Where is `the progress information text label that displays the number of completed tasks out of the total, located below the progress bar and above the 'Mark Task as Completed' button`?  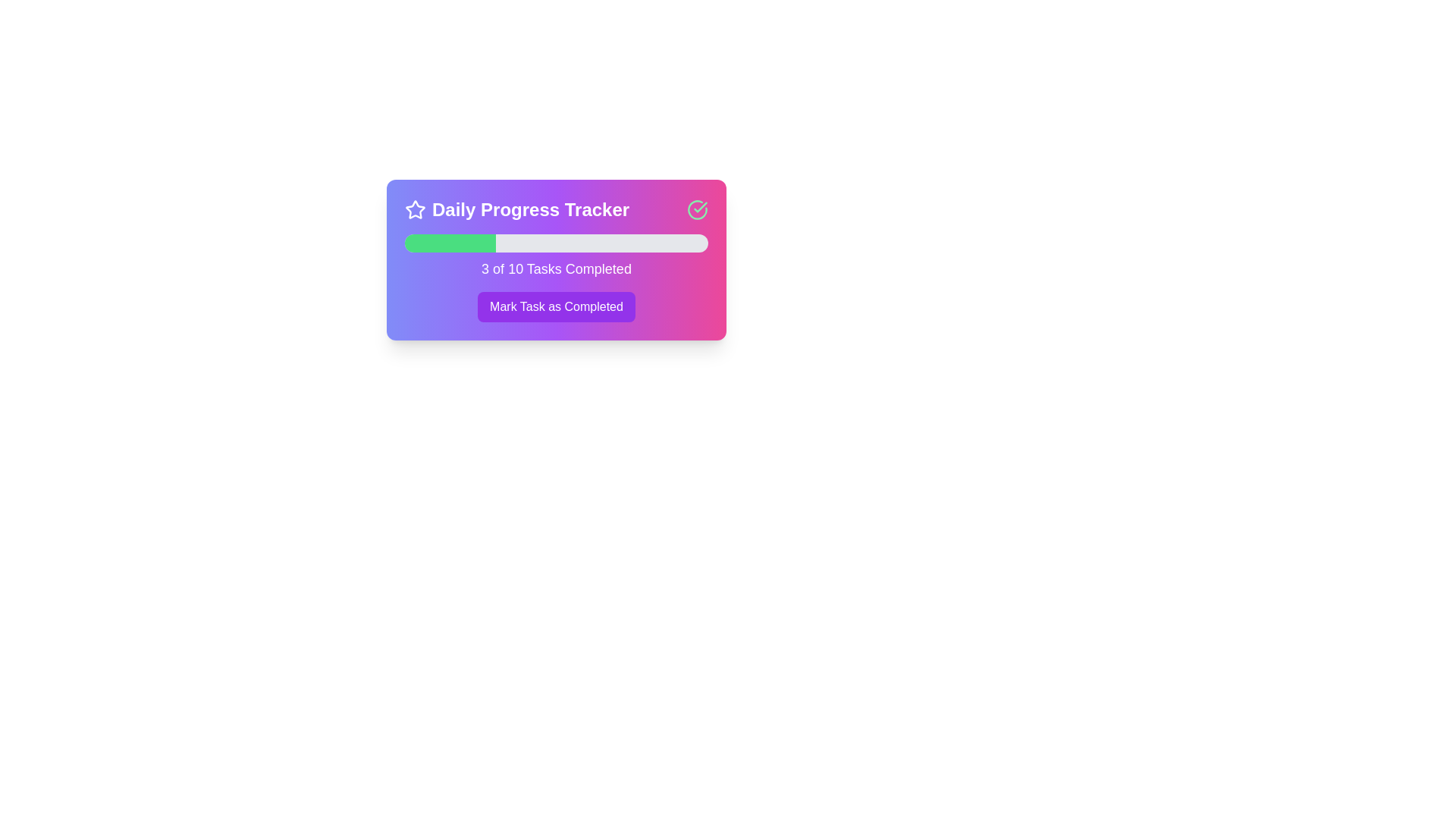
the progress information text label that displays the number of completed tasks out of the total, located below the progress bar and above the 'Mark Task as Completed' button is located at coordinates (556, 268).